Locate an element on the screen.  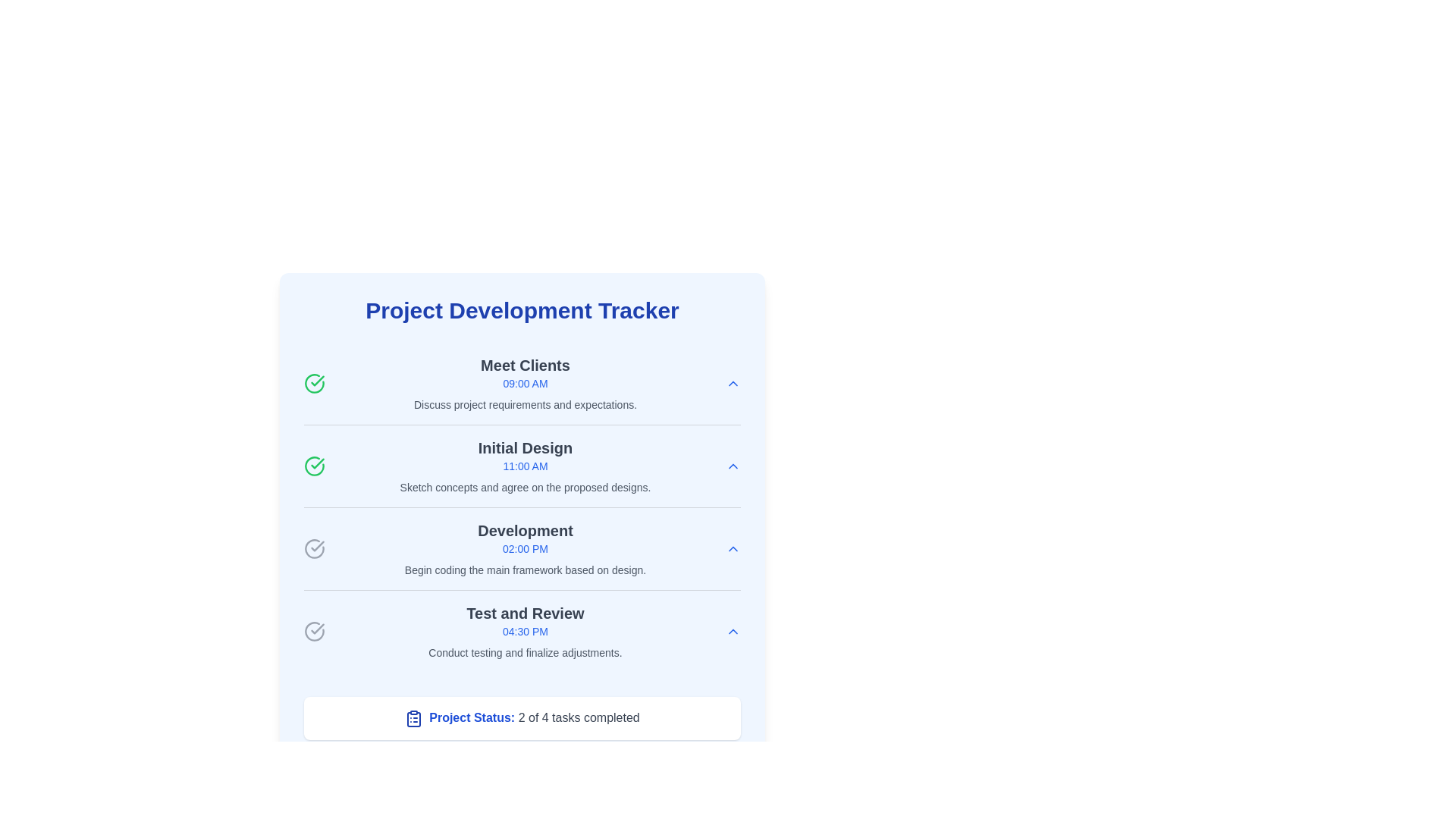
the visual indicator icon representing the state of completion for the 'Test and Review' task located near the bottom-left corner of the task list is located at coordinates (317, 629).